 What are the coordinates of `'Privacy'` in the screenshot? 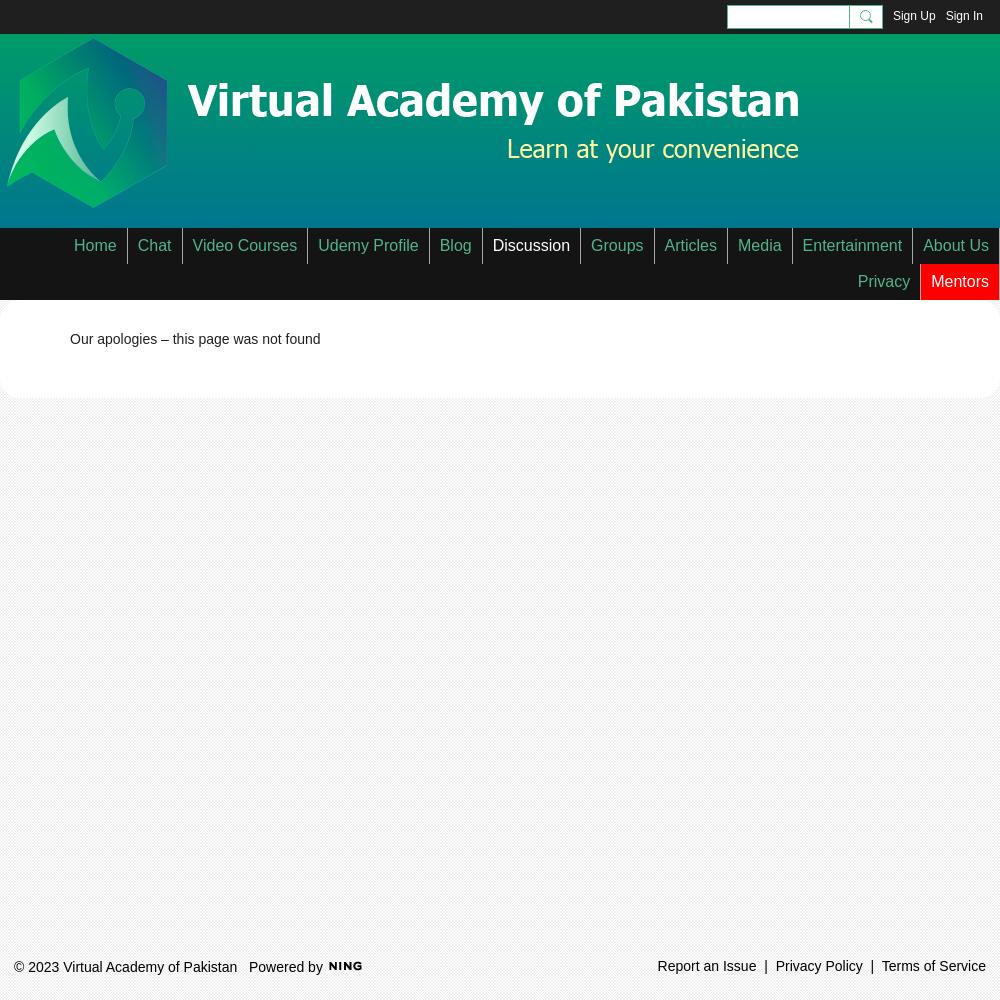 It's located at (883, 281).